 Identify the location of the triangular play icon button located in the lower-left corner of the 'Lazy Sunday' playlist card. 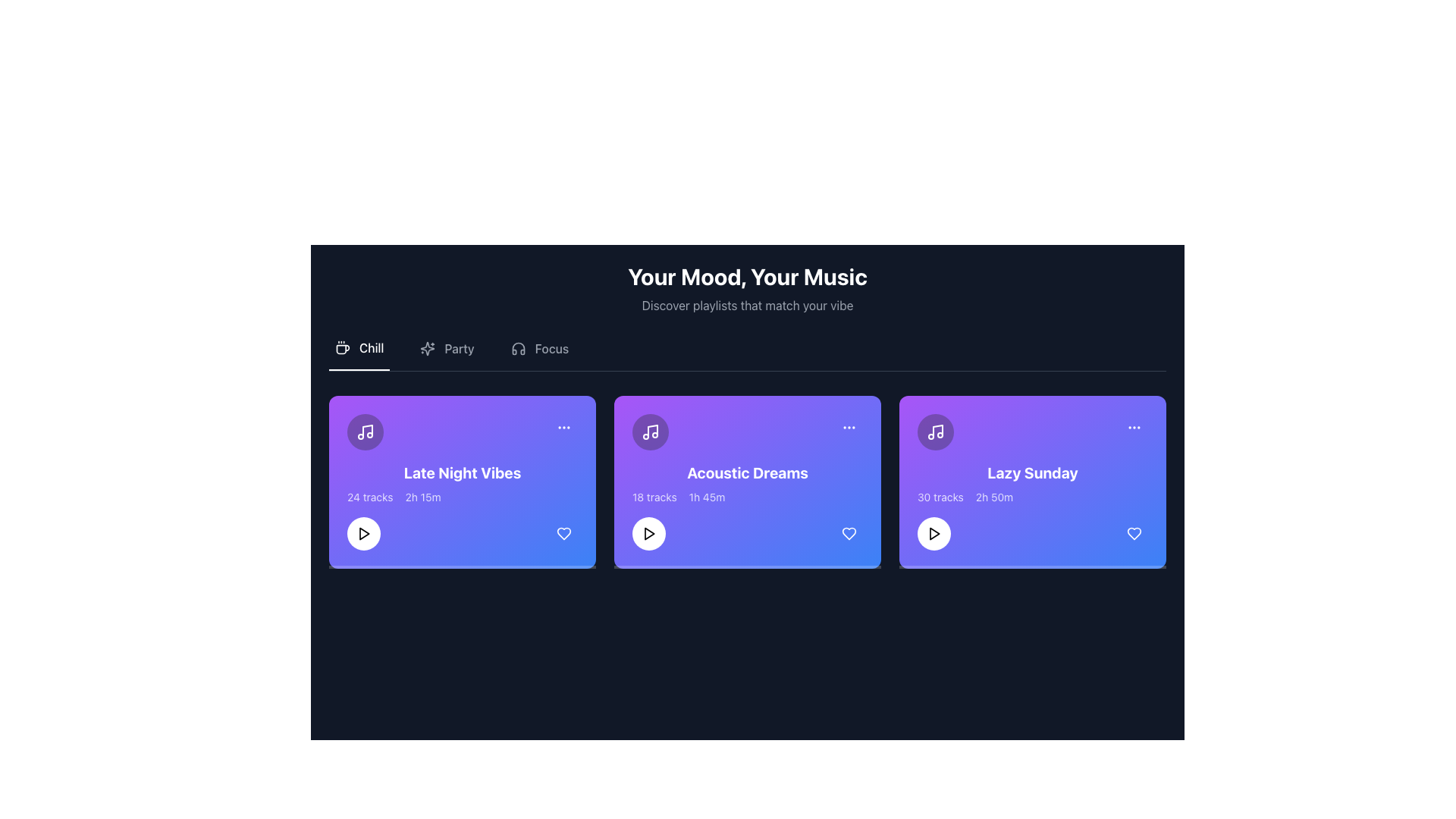
(934, 533).